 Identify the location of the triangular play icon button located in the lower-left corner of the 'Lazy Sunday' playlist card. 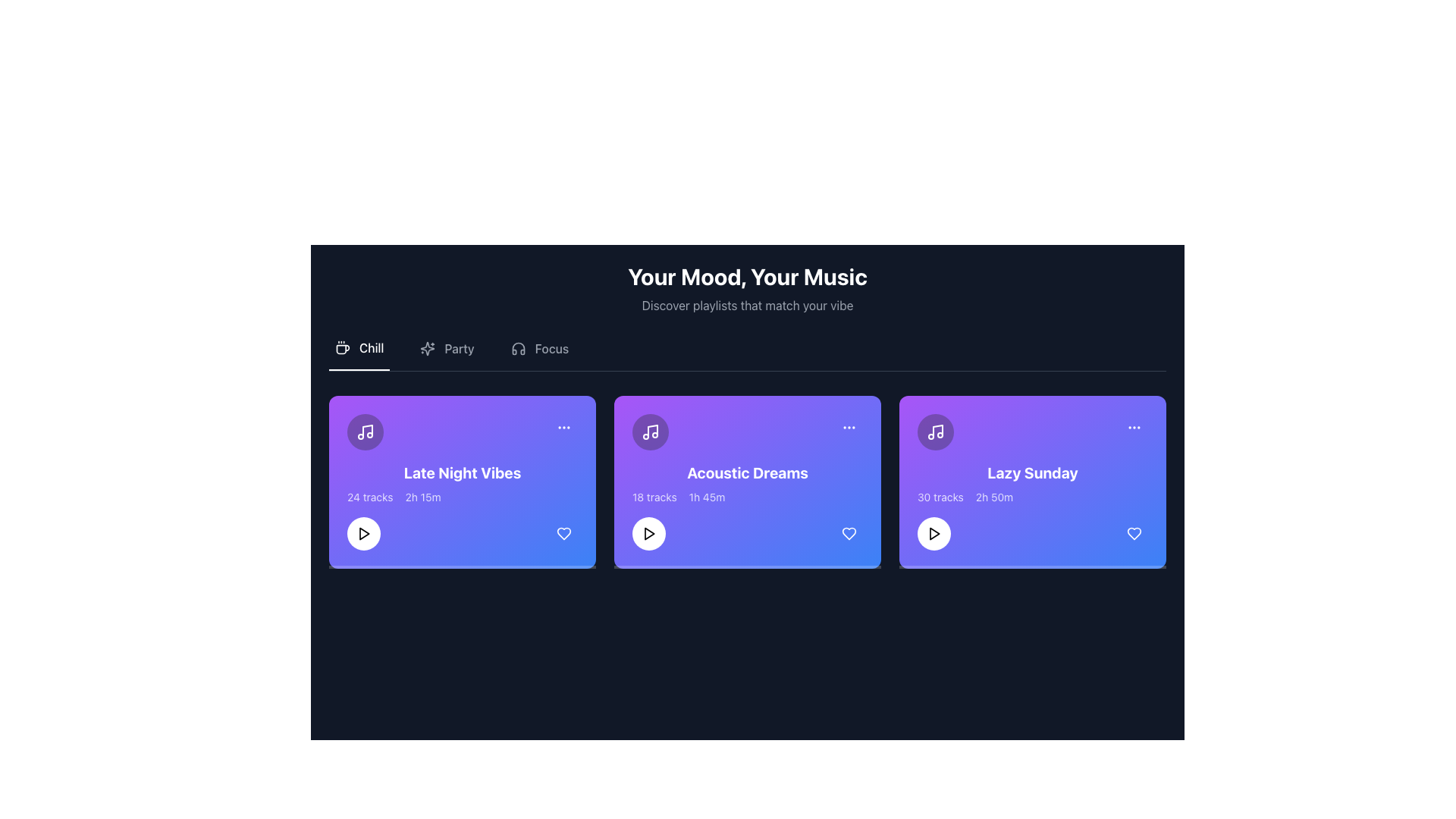
(934, 533).